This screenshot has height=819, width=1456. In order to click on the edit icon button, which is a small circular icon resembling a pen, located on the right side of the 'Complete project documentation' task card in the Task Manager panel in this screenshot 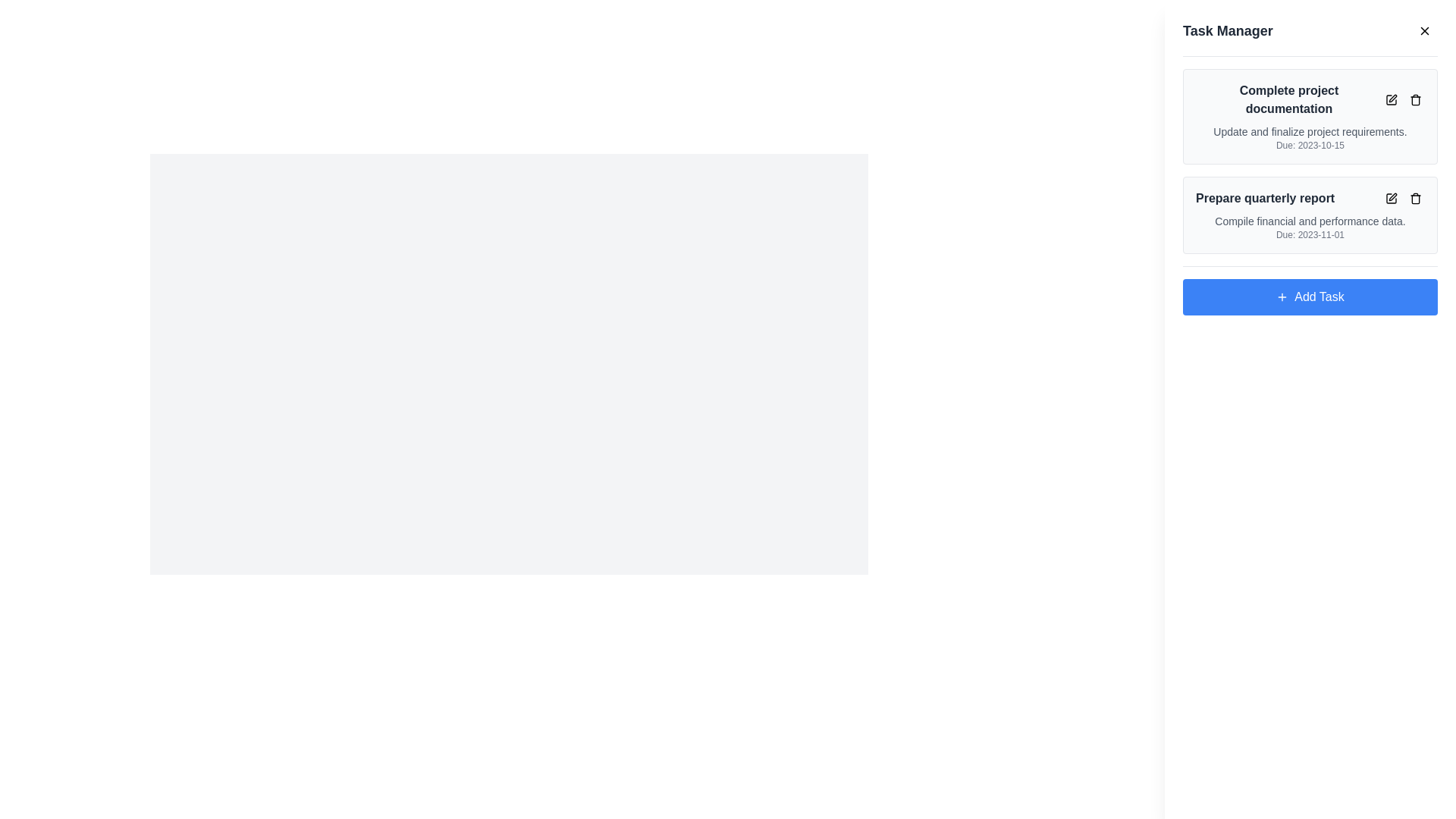, I will do `click(1391, 99)`.